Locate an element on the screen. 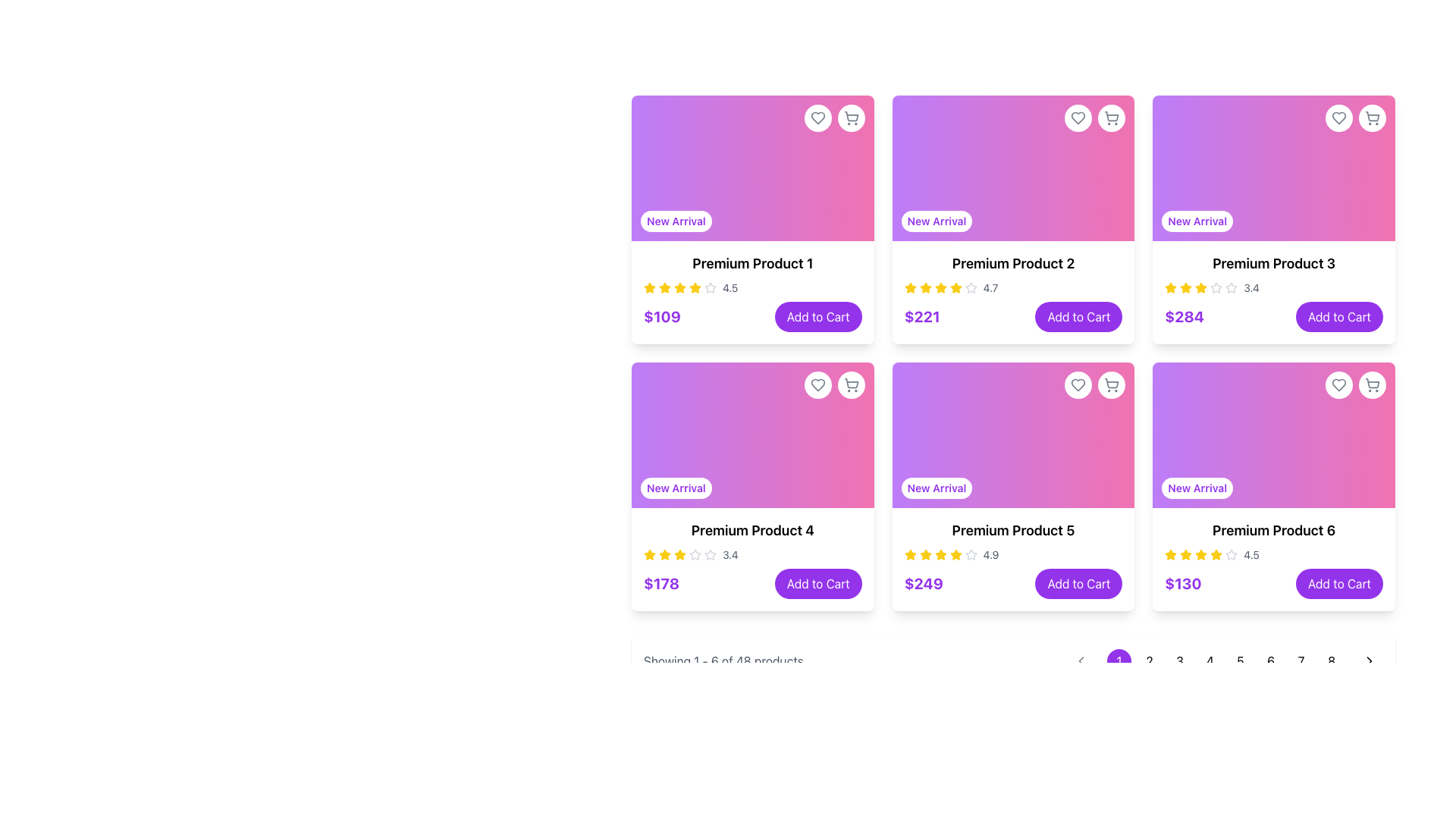  the fourth yellow star icon in the rating section of the 'Premium Product 2' card is located at coordinates (940, 288).